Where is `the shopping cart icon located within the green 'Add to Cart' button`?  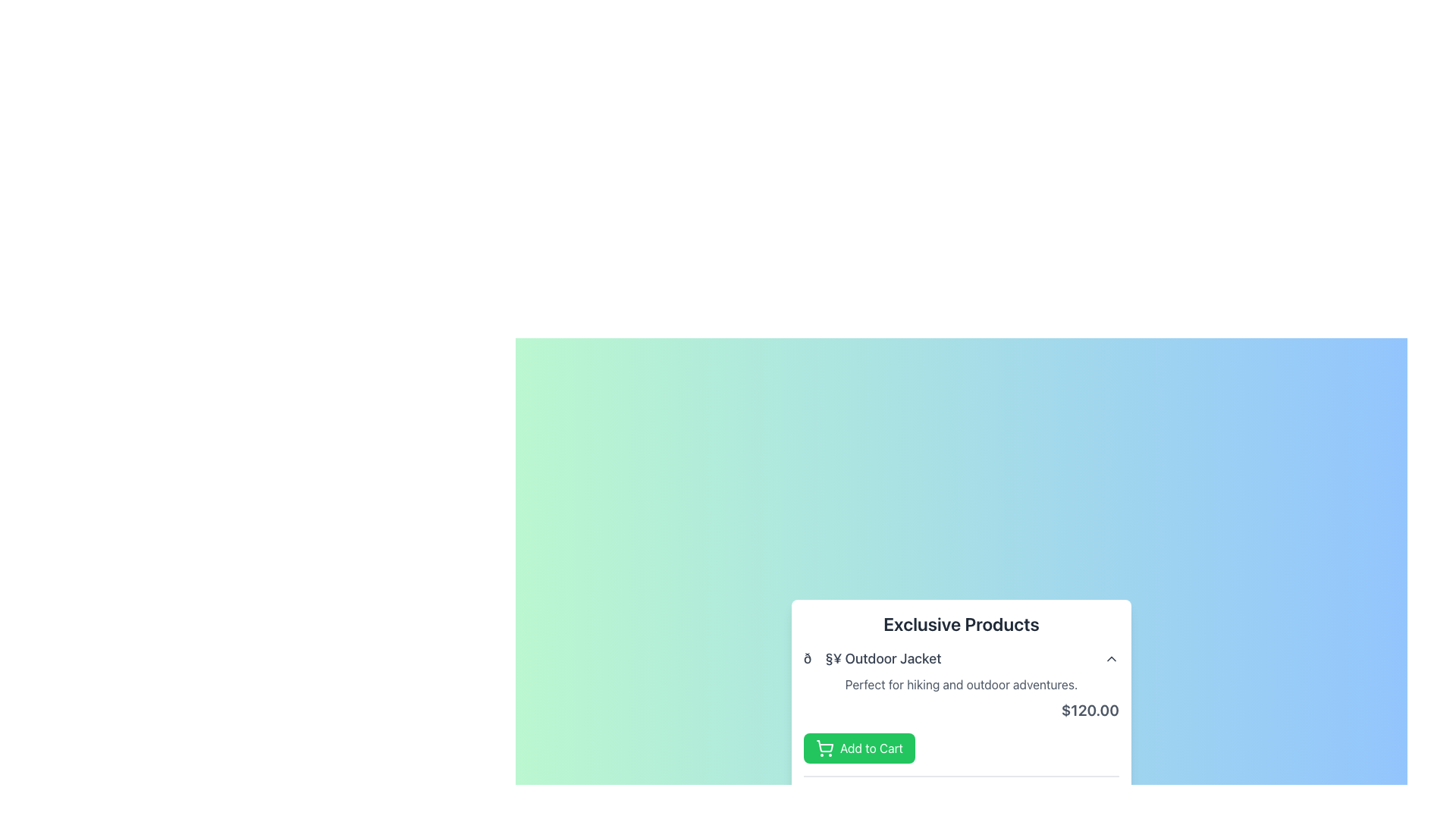
the shopping cart icon located within the green 'Add to Cart' button is located at coordinates (824, 745).